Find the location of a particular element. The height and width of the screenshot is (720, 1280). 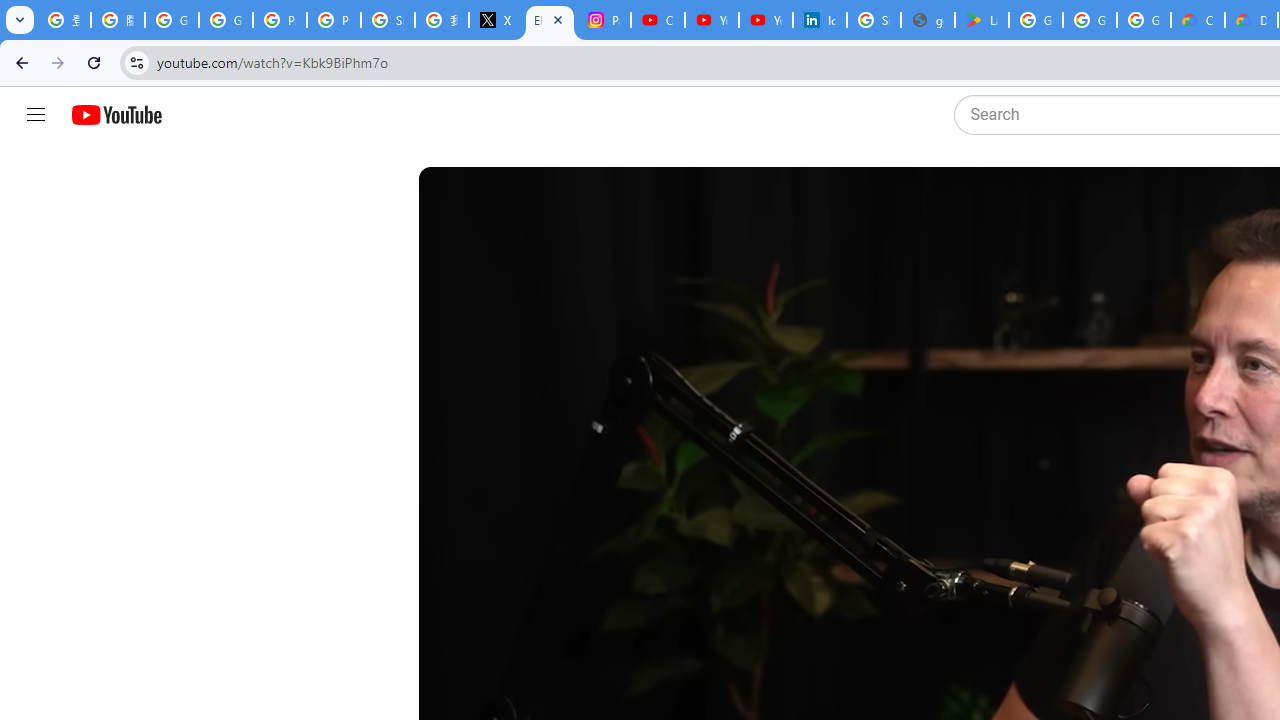

'YouTube Home' is located at coordinates (115, 115).